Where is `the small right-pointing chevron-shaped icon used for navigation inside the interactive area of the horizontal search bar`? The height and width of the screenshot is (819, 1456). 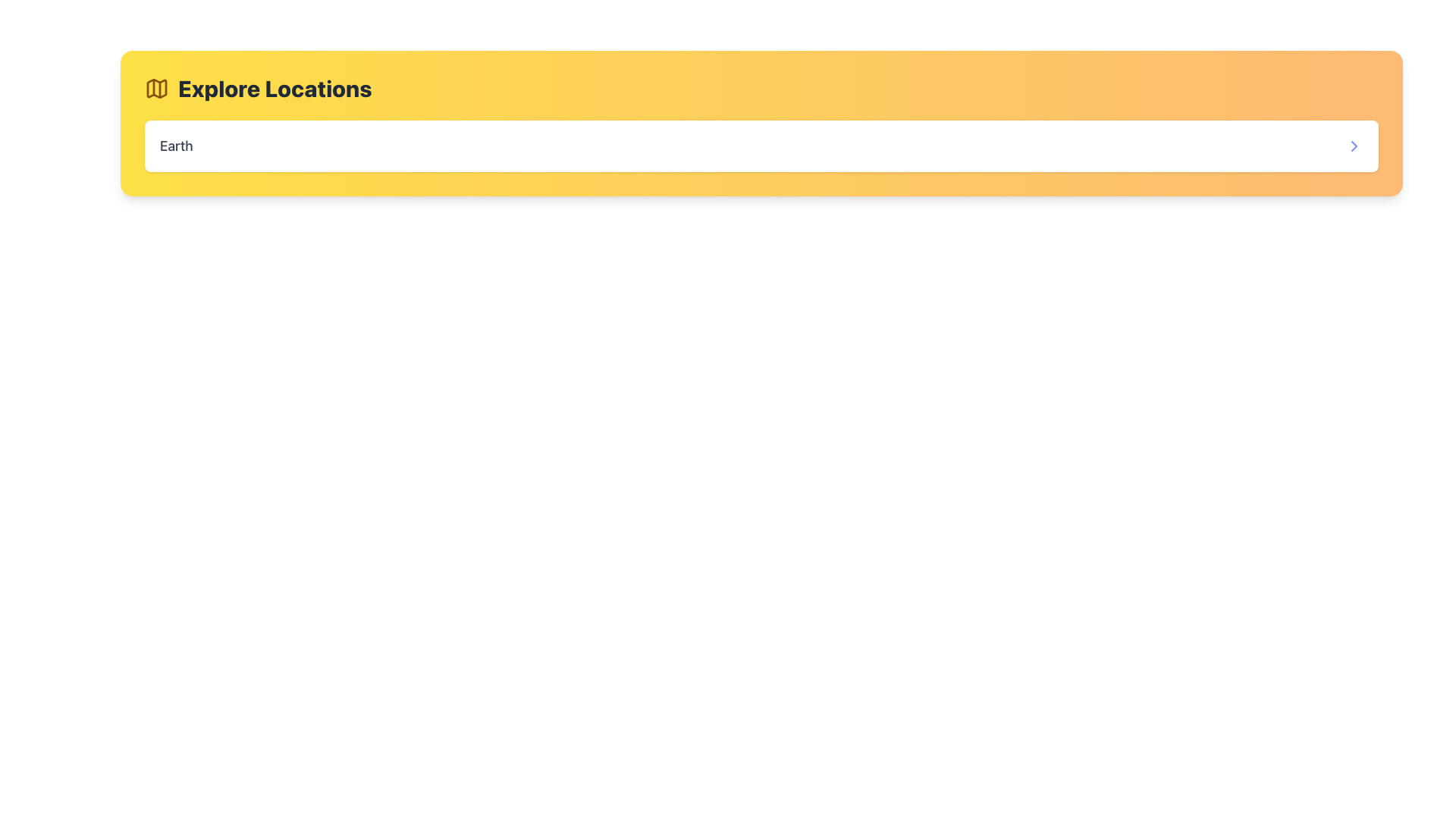 the small right-pointing chevron-shaped icon used for navigation inside the interactive area of the horizontal search bar is located at coordinates (1354, 146).